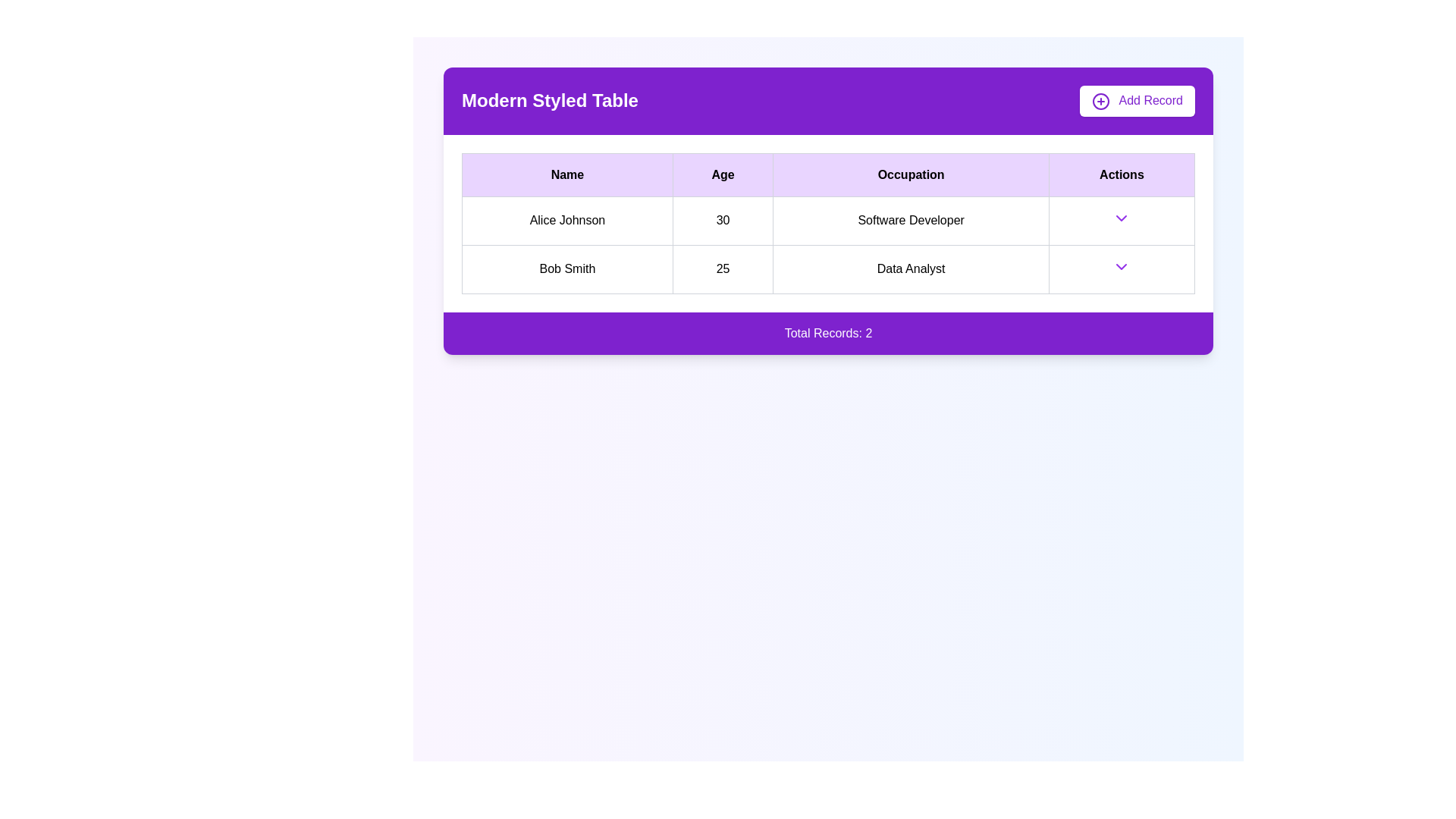 This screenshot has width=1456, height=819. I want to click on the 'Name' text label, which is styled in bold black font on a light lavender background and serves as the header for the first column in the table, so click(566, 174).